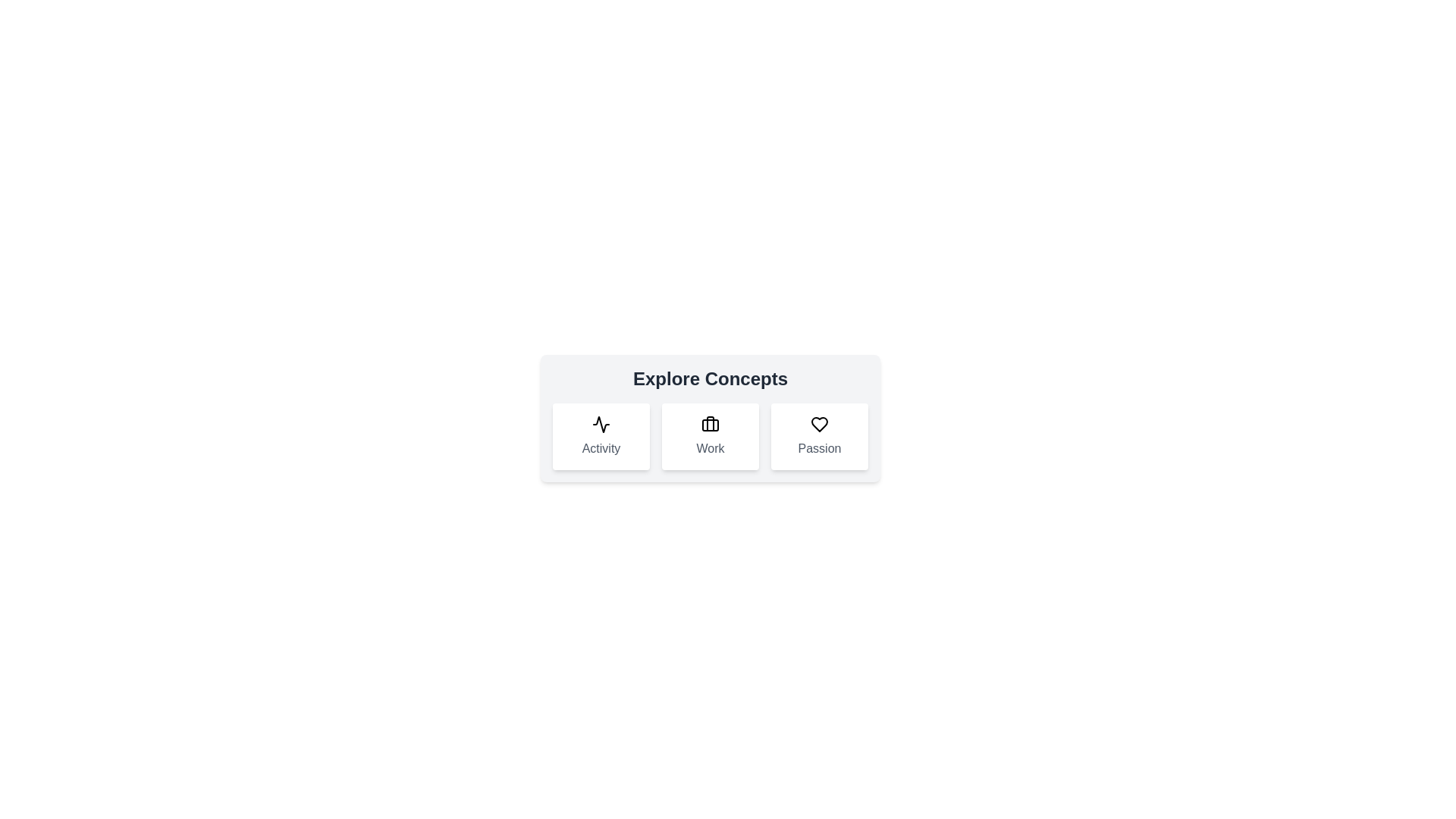  I want to click on the static text label displaying the word 'Passion' which is located in the bottom-right card of the concept blocks under the title 'Explore Concepts', so click(818, 447).